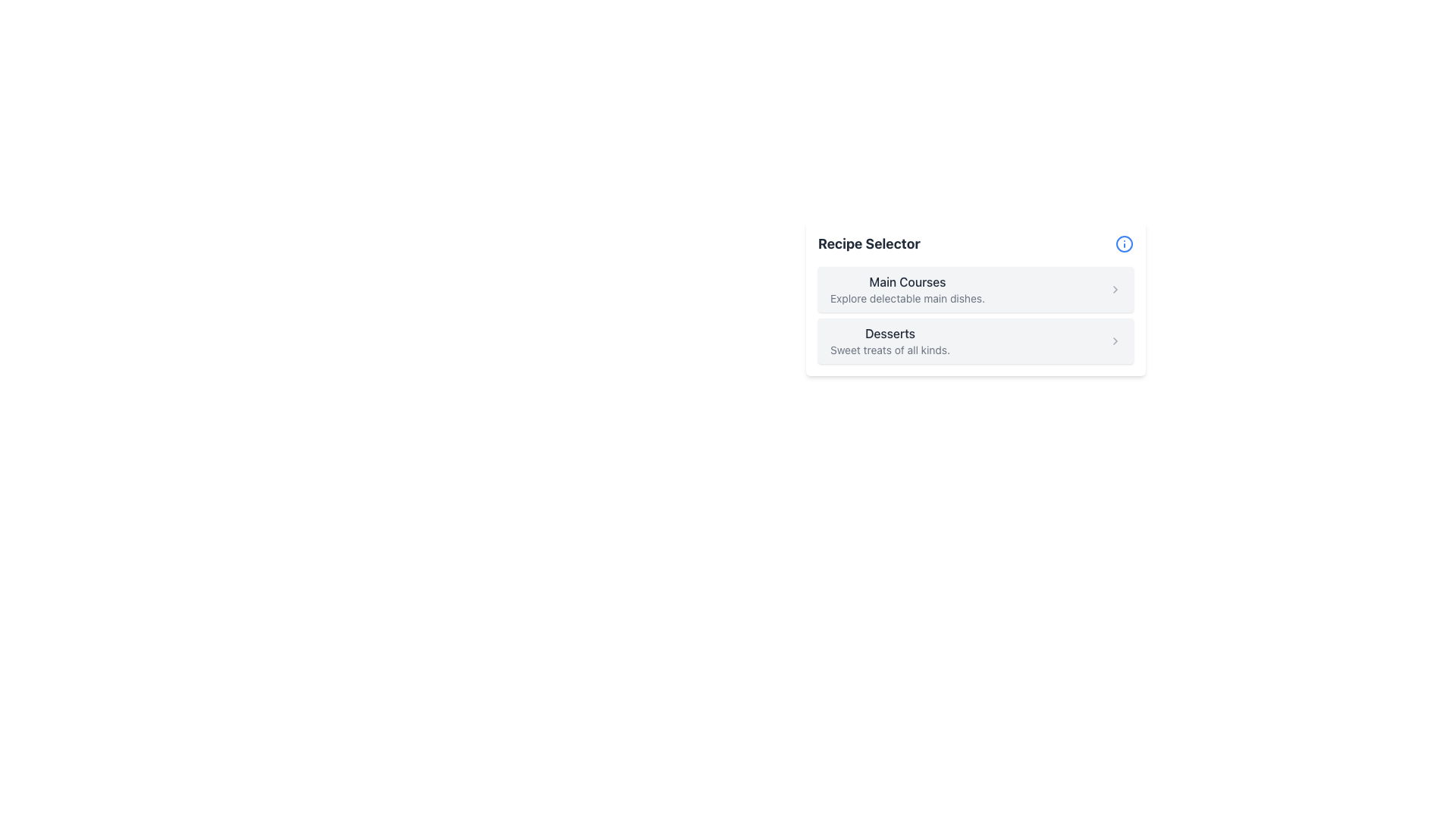  What do you see at coordinates (1125, 243) in the screenshot?
I see `the circular vector graphics element with a blue border and white interior, part of the information icon in the top-right corner of the 'Recipe Selector' panel` at bounding box center [1125, 243].